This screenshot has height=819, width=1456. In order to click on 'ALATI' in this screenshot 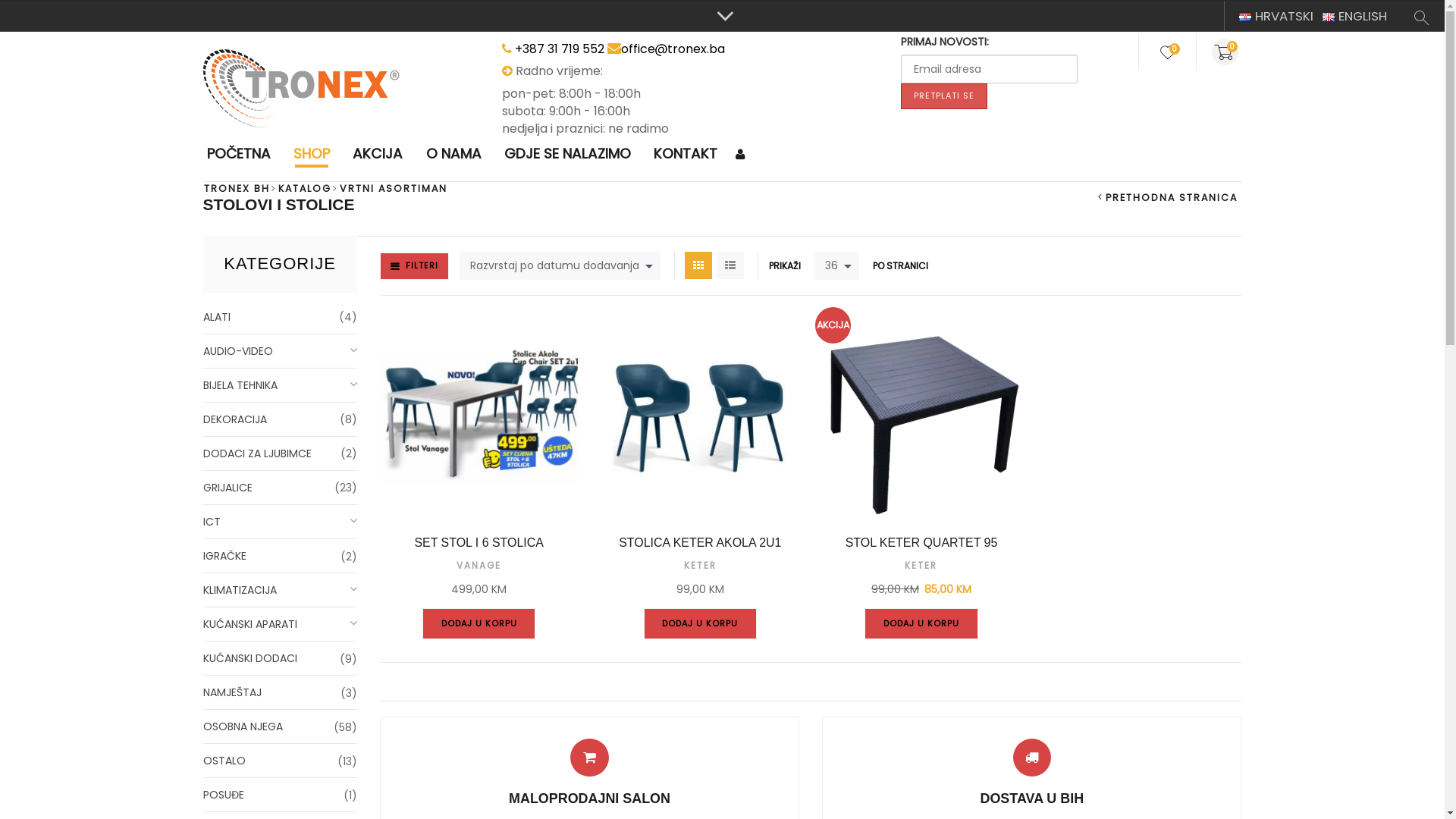, I will do `click(280, 316)`.